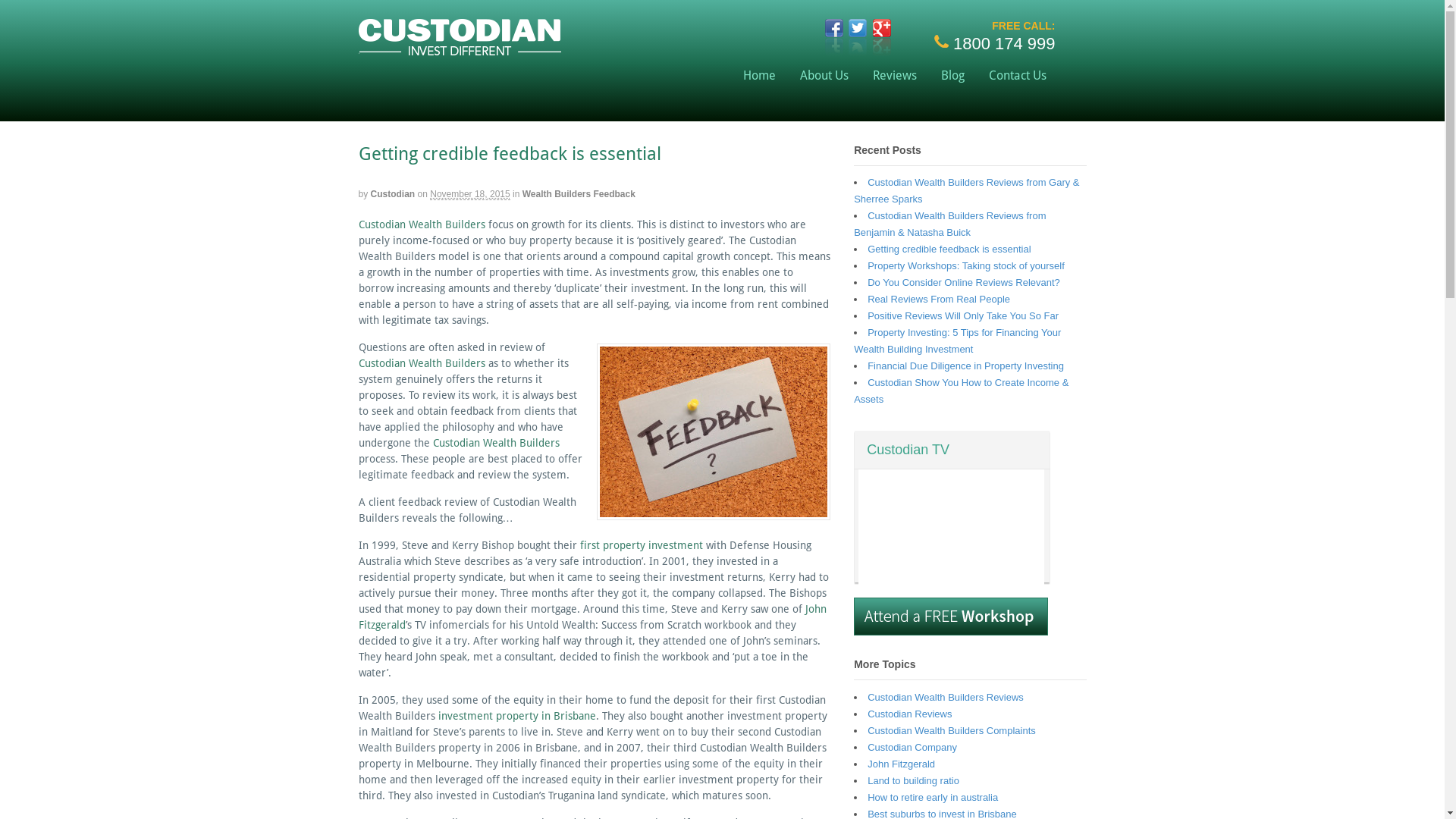 The width and height of the screenshot is (1456, 819). Describe the element at coordinates (393, 193) in the screenshot. I see `'Custodian'` at that location.